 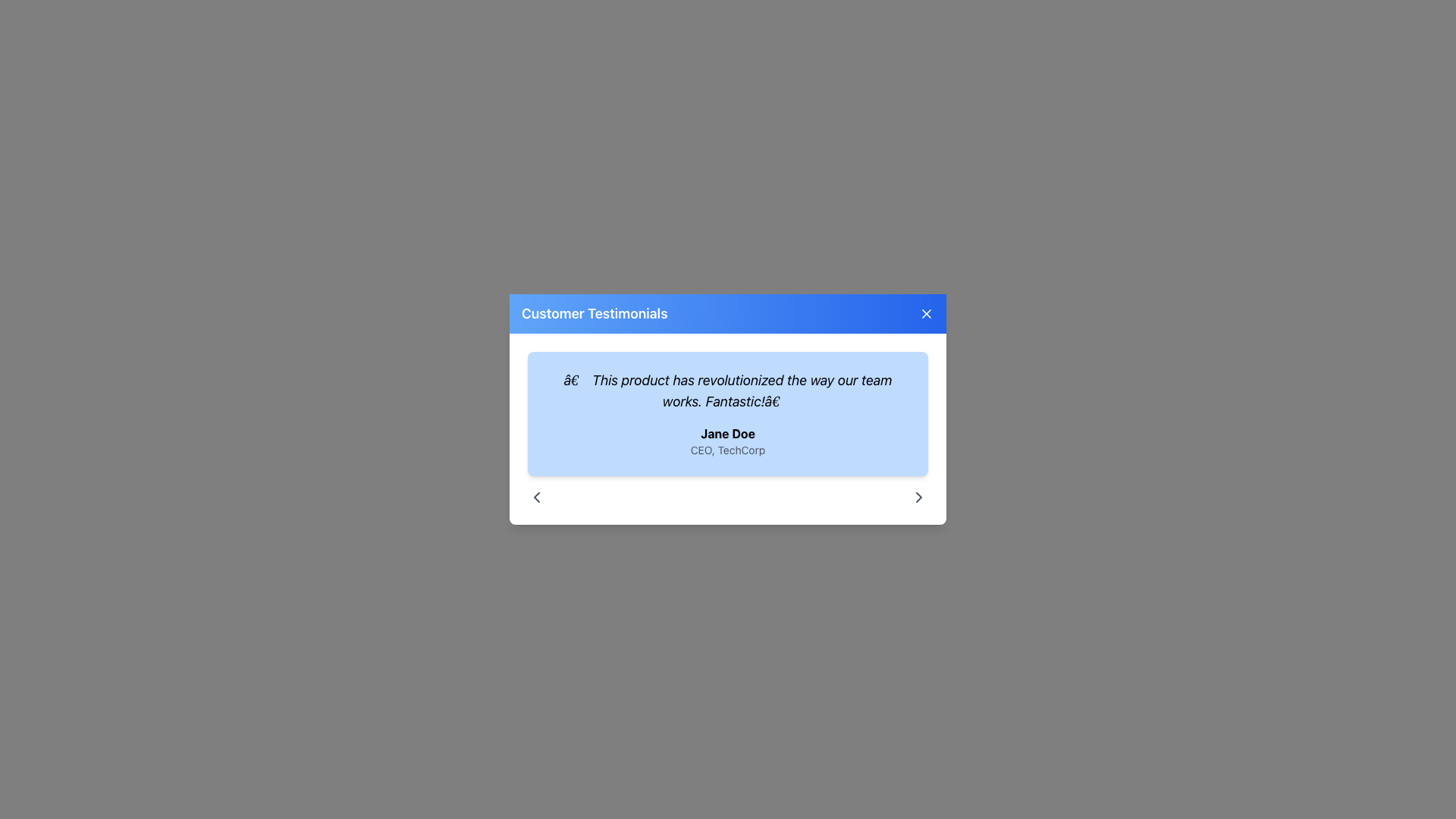 I want to click on the right-pointing chevron icon in the customer testimonials section, so click(x=918, y=497).